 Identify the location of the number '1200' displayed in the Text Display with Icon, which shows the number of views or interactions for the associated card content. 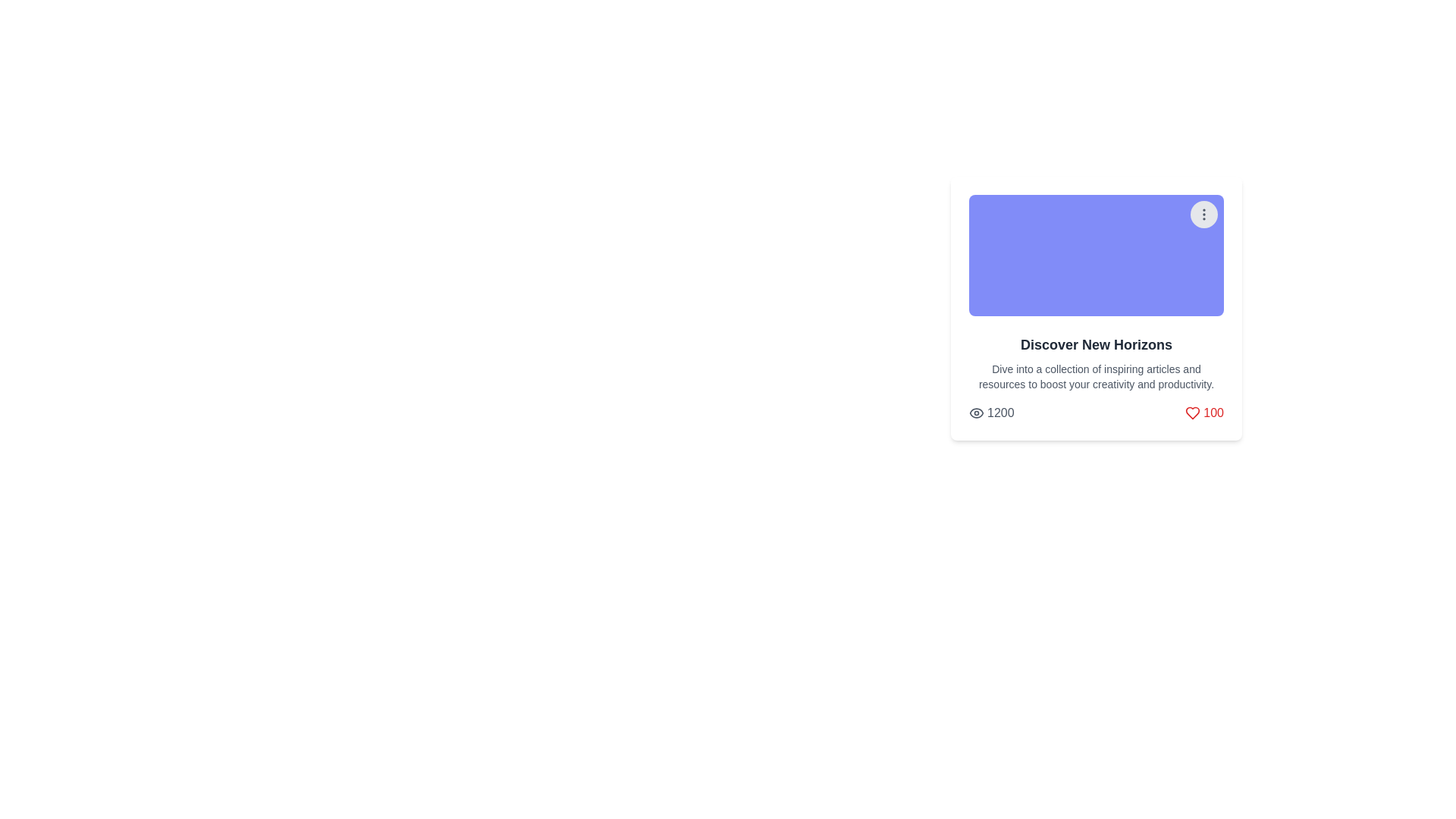
(991, 413).